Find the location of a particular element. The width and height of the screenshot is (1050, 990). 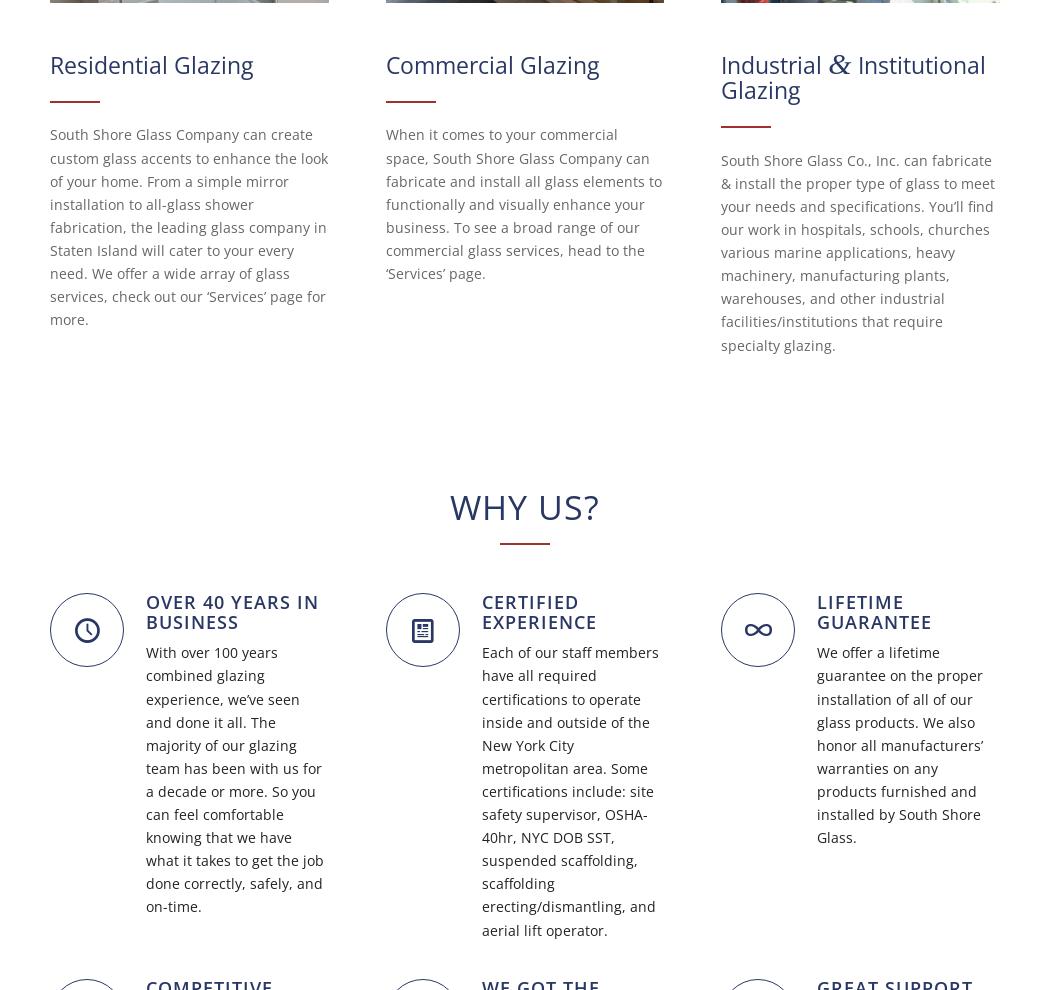

'South Shore Glass Company can create custom glass accents to enhance the look of your home. From a simple mirror installation to all-glass shower fabrication, the leading glass company in Staten Island will cater to your every need. We offer a wide array of glass services, check out our ‘Services’ page for more.' is located at coordinates (188, 226).